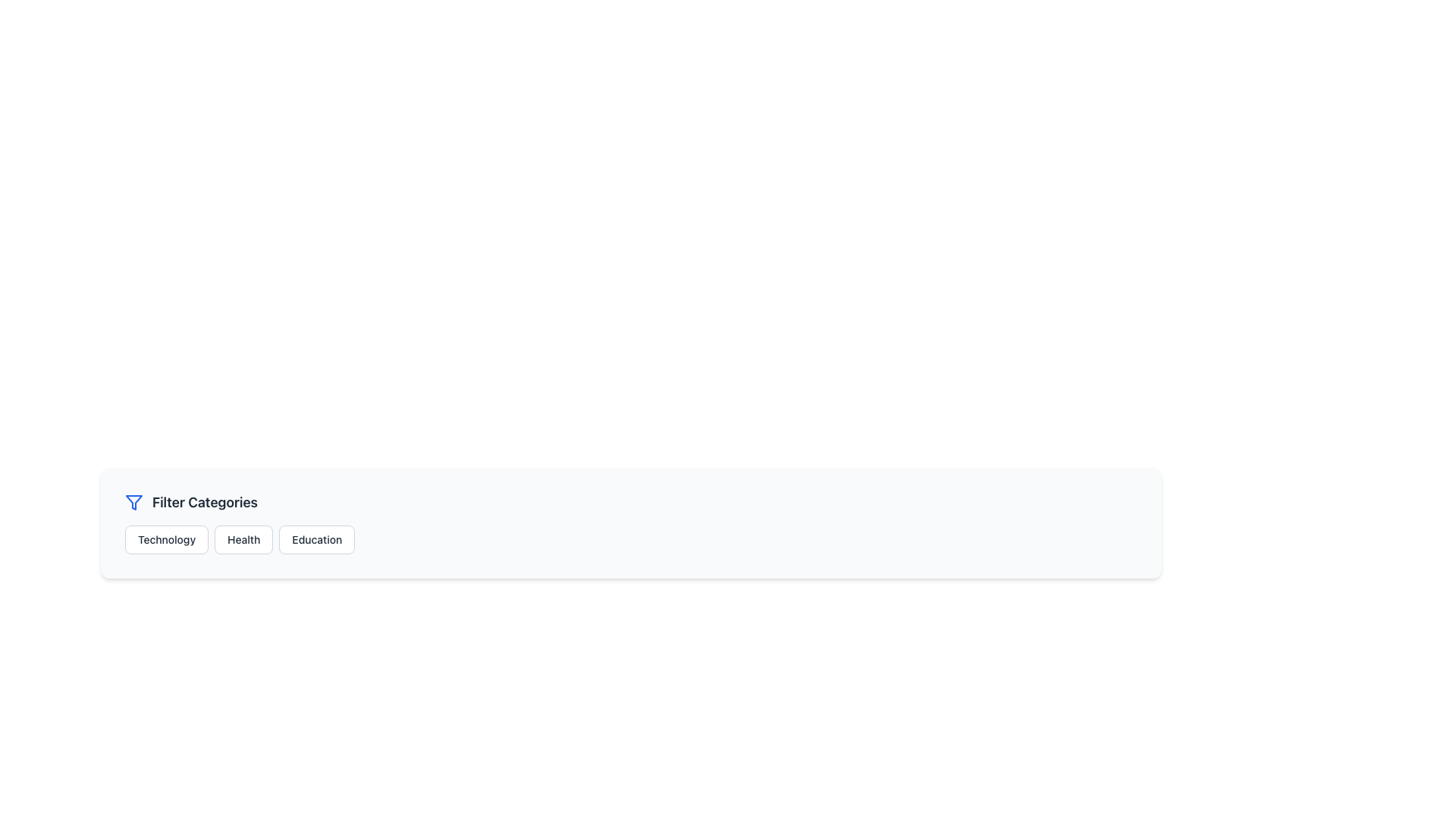 The image size is (1456, 819). What do you see at coordinates (204, 503) in the screenshot?
I see `the label that serves as a title for the filter categories, located to the right of the small filter icon at the top left corner of the filter options group` at bounding box center [204, 503].